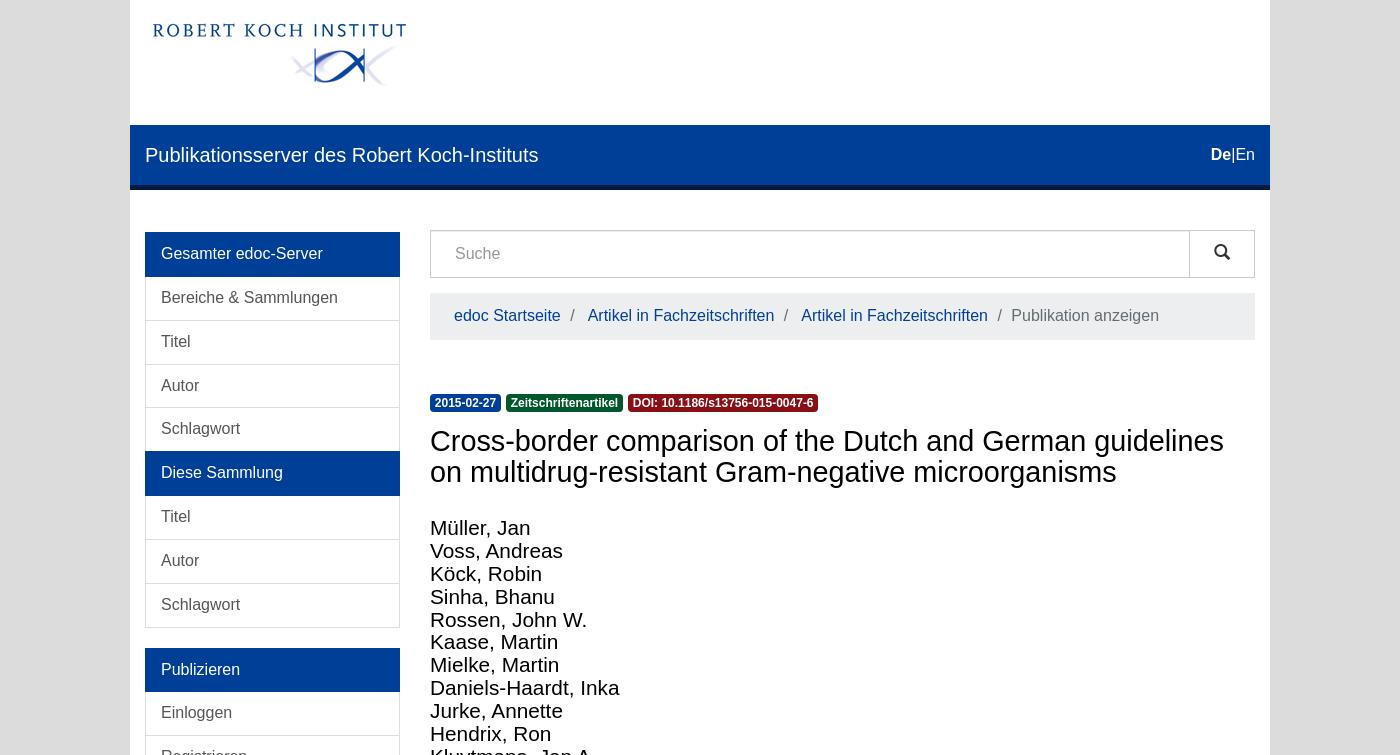 This screenshot has width=1400, height=755. What do you see at coordinates (485, 571) in the screenshot?
I see `'Köck, Robin'` at bounding box center [485, 571].